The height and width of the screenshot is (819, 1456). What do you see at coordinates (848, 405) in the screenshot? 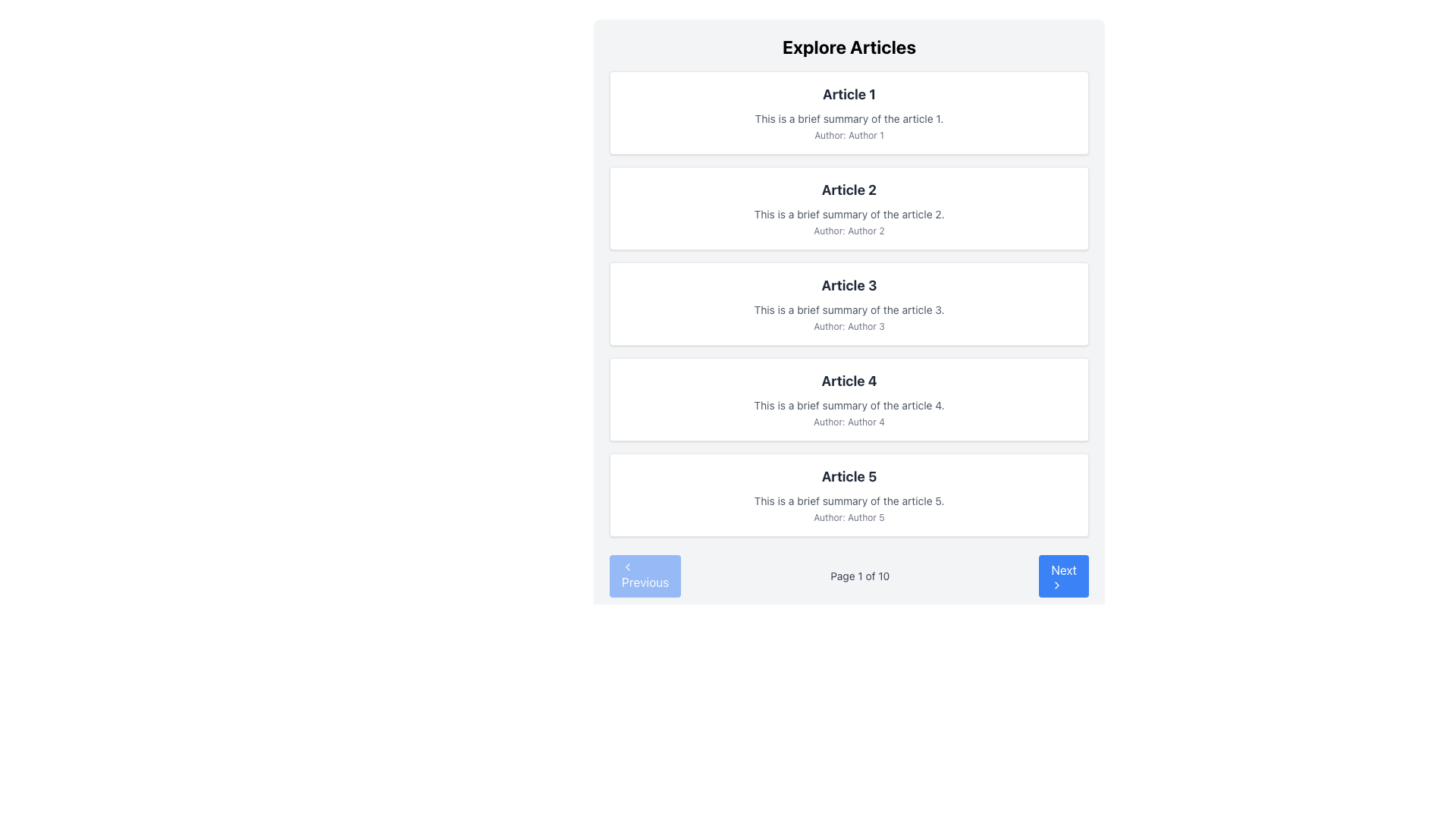
I see `static text label that provides a description for 'Article 4', which is located under the title 'Article 4' and above 'Author: Author 4' in the fourth card of the vertical list` at bounding box center [848, 405].